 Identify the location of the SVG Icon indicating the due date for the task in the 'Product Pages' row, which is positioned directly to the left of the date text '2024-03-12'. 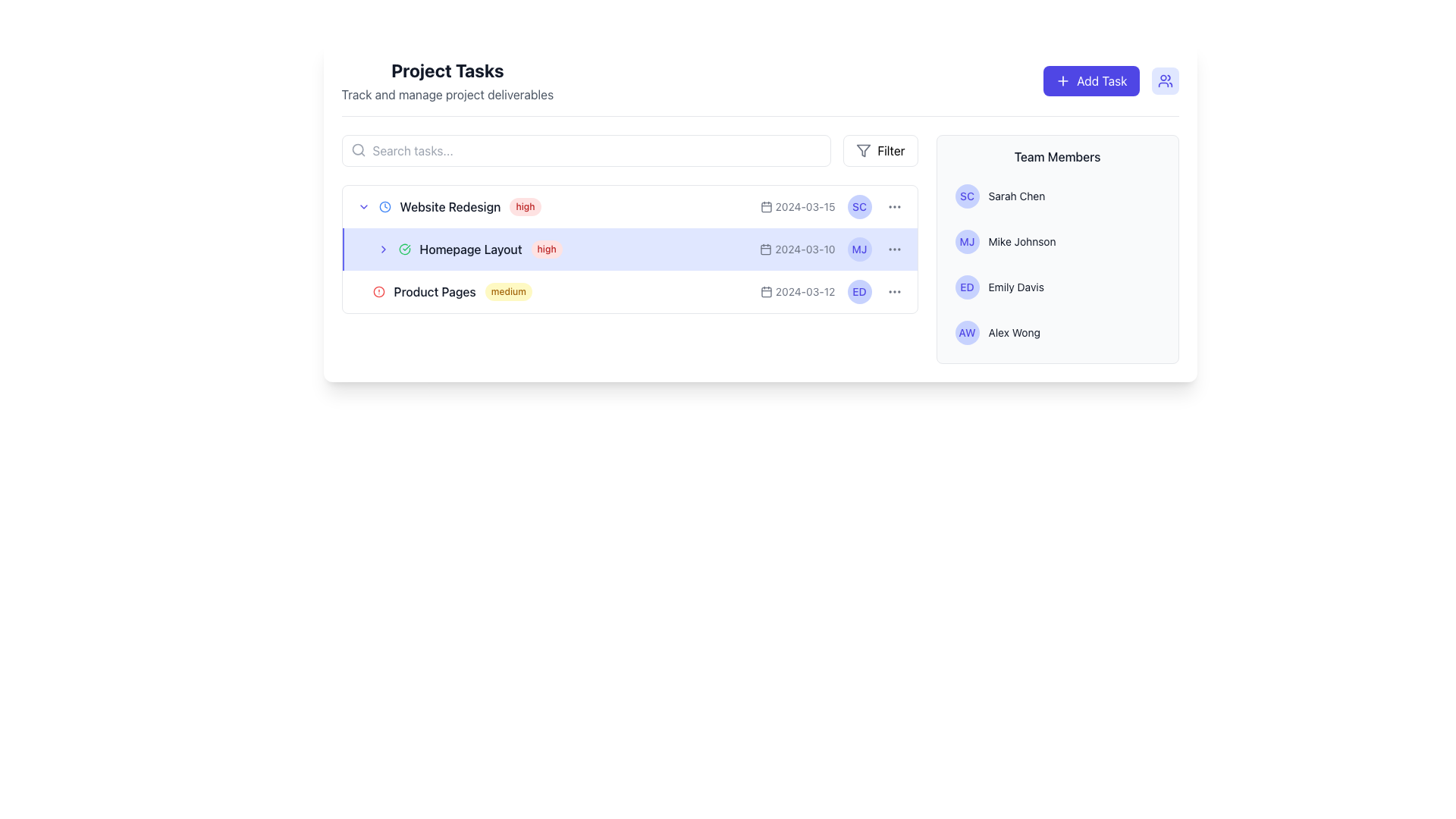
(766, 292).